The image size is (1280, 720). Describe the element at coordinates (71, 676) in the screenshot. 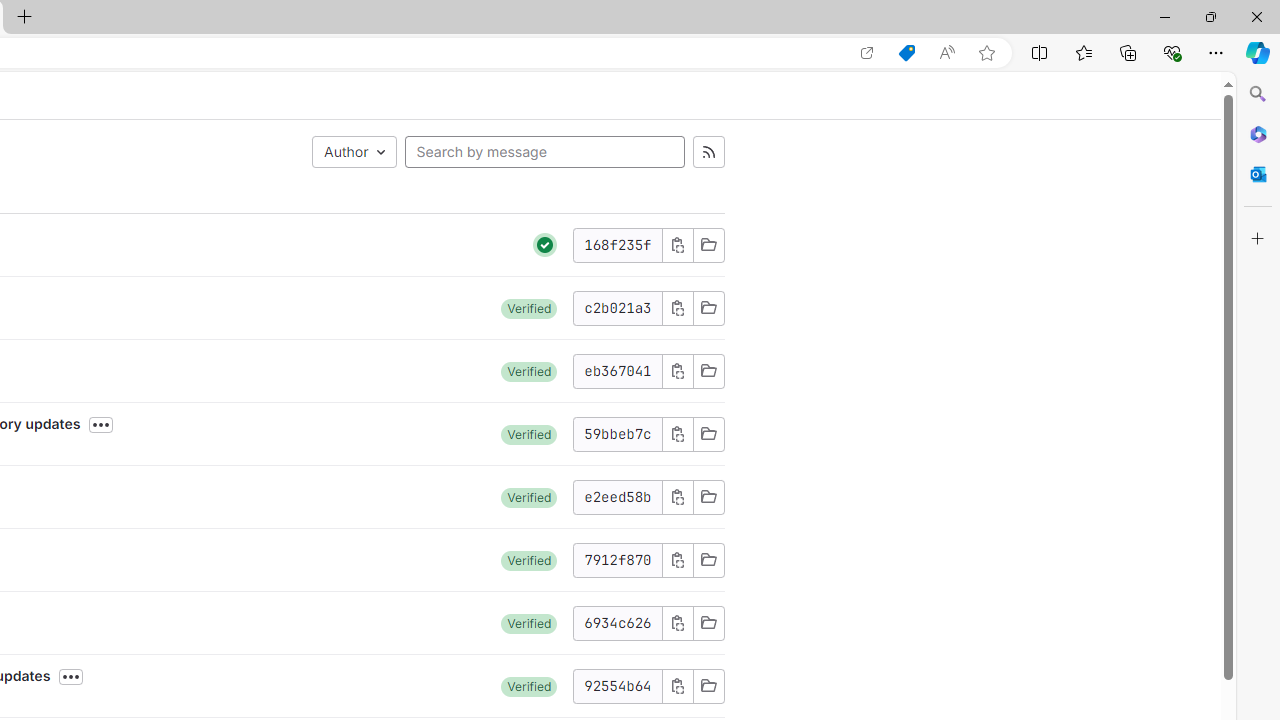

I see `'Toggle commit description'` at that location.